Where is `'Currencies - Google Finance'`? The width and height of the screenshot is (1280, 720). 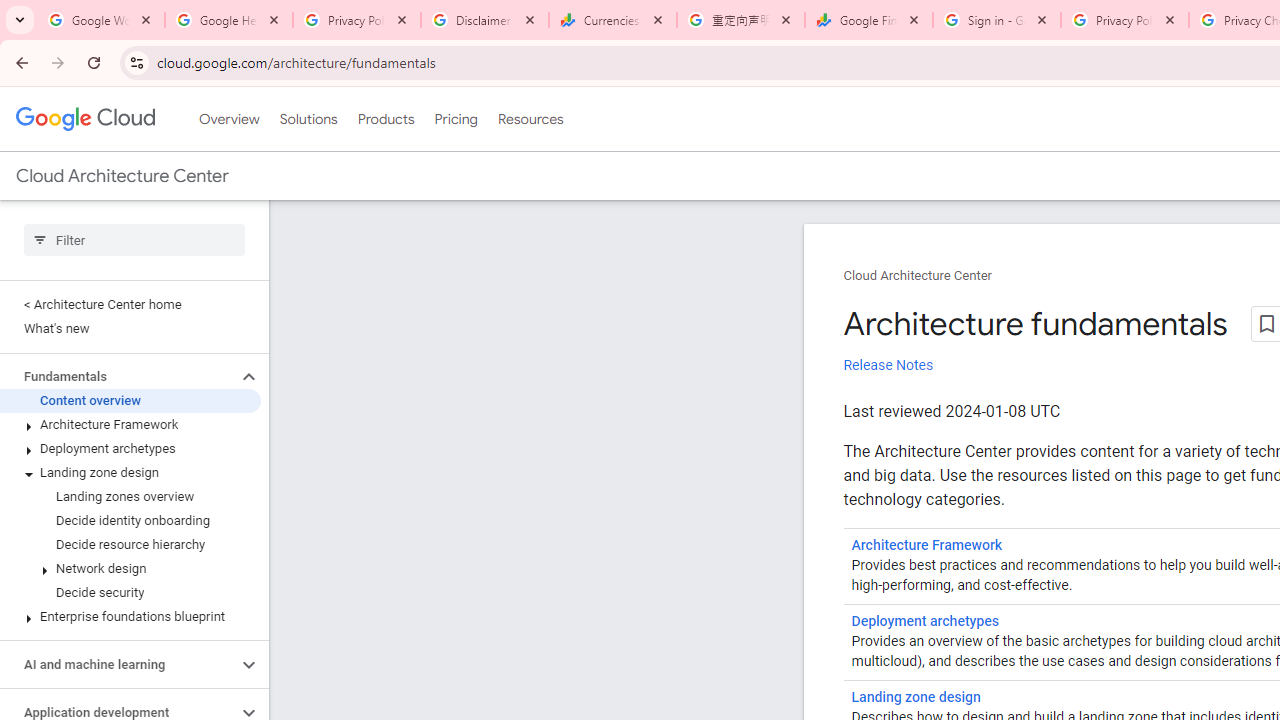
'Currencies - Google Finance' is located at coordinates (612, 20).